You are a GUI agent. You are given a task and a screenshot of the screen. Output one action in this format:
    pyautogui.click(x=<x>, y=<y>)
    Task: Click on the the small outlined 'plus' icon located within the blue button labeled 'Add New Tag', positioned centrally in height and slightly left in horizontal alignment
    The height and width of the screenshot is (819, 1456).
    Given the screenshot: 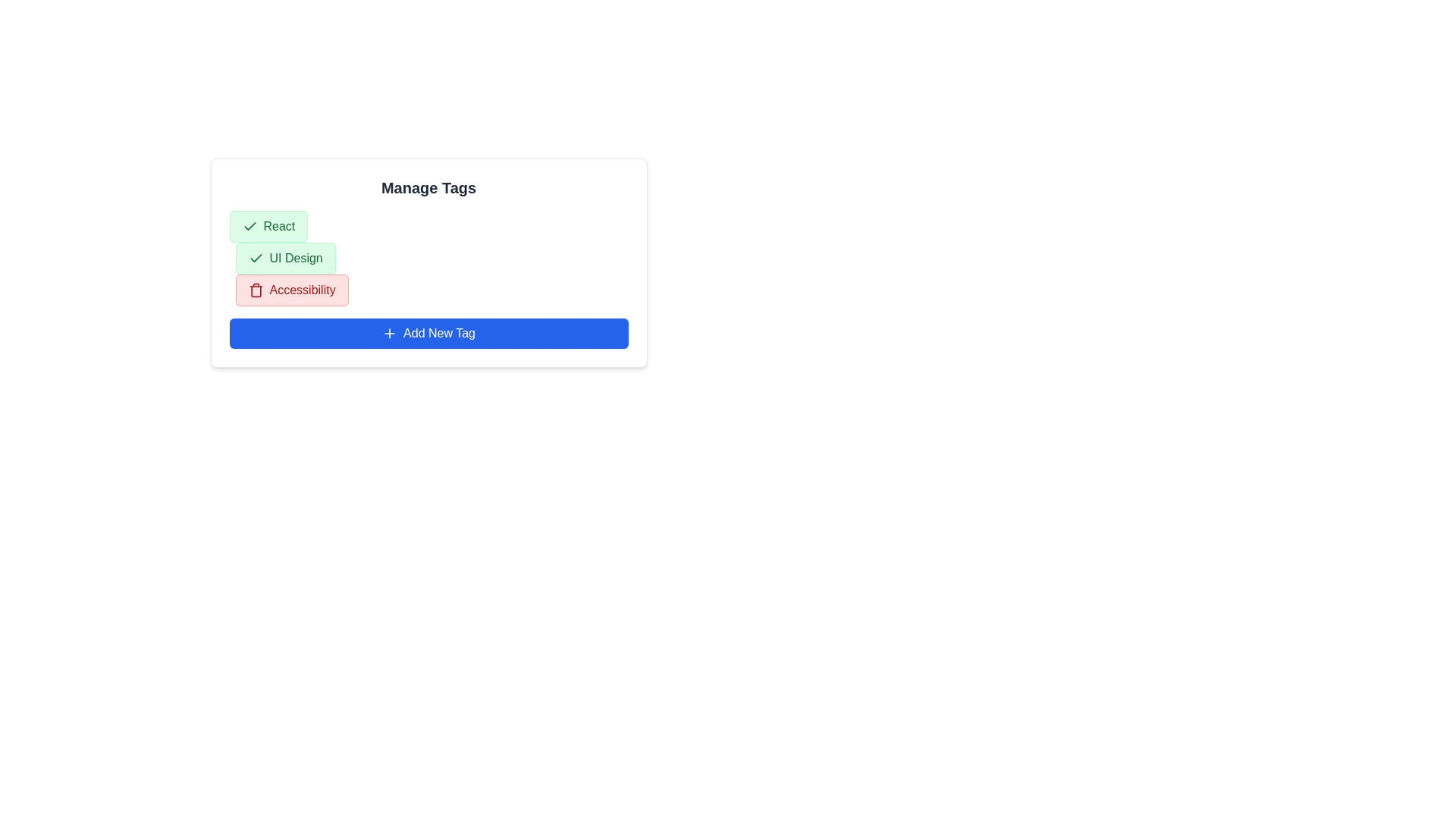 What is the action you would take?
    pyautogui.click(x=389, y=332)
    